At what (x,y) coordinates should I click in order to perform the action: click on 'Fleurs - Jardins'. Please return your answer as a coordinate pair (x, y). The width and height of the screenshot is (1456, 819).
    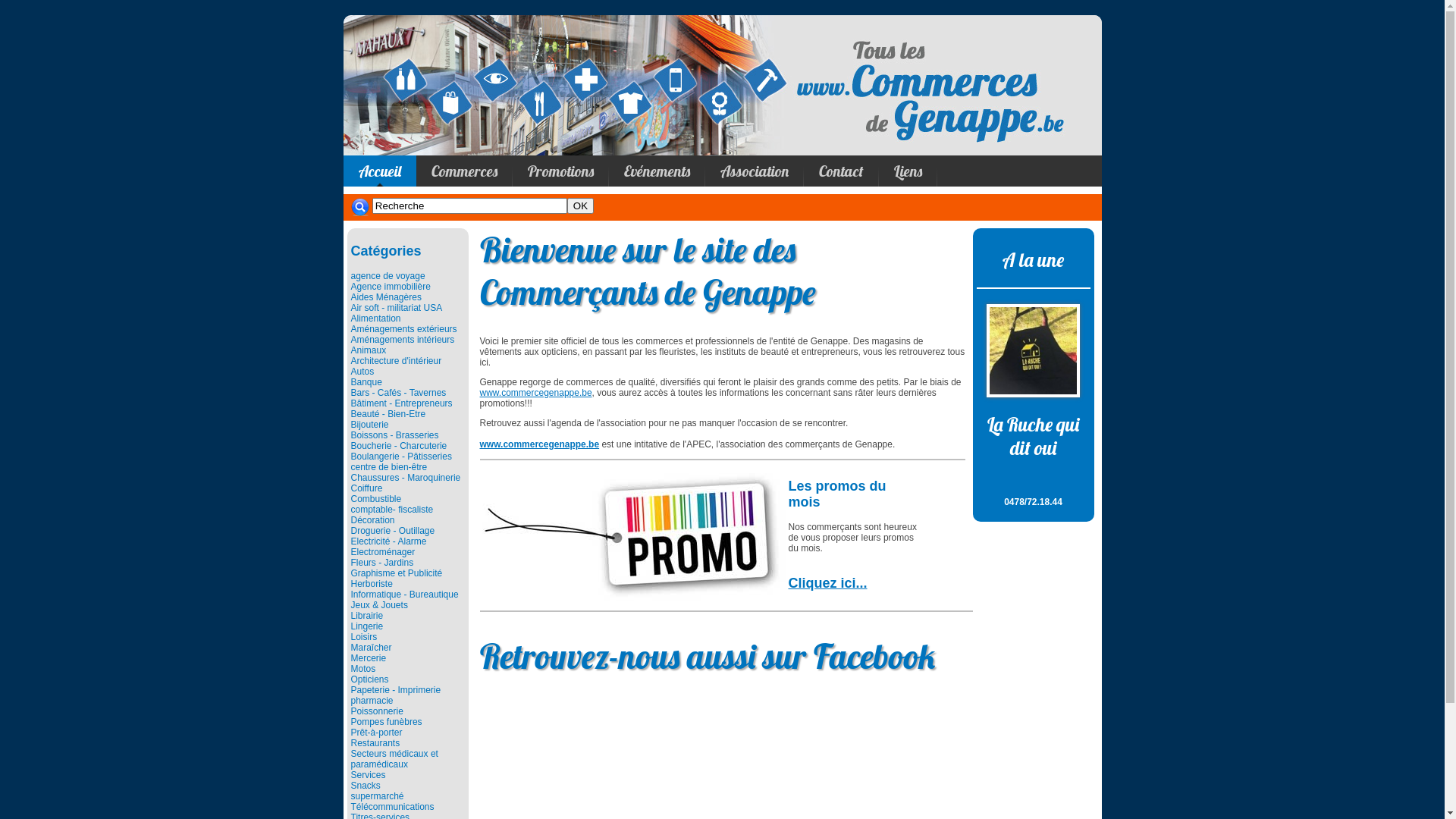
    Looking at the image, I should click on (381, 562).